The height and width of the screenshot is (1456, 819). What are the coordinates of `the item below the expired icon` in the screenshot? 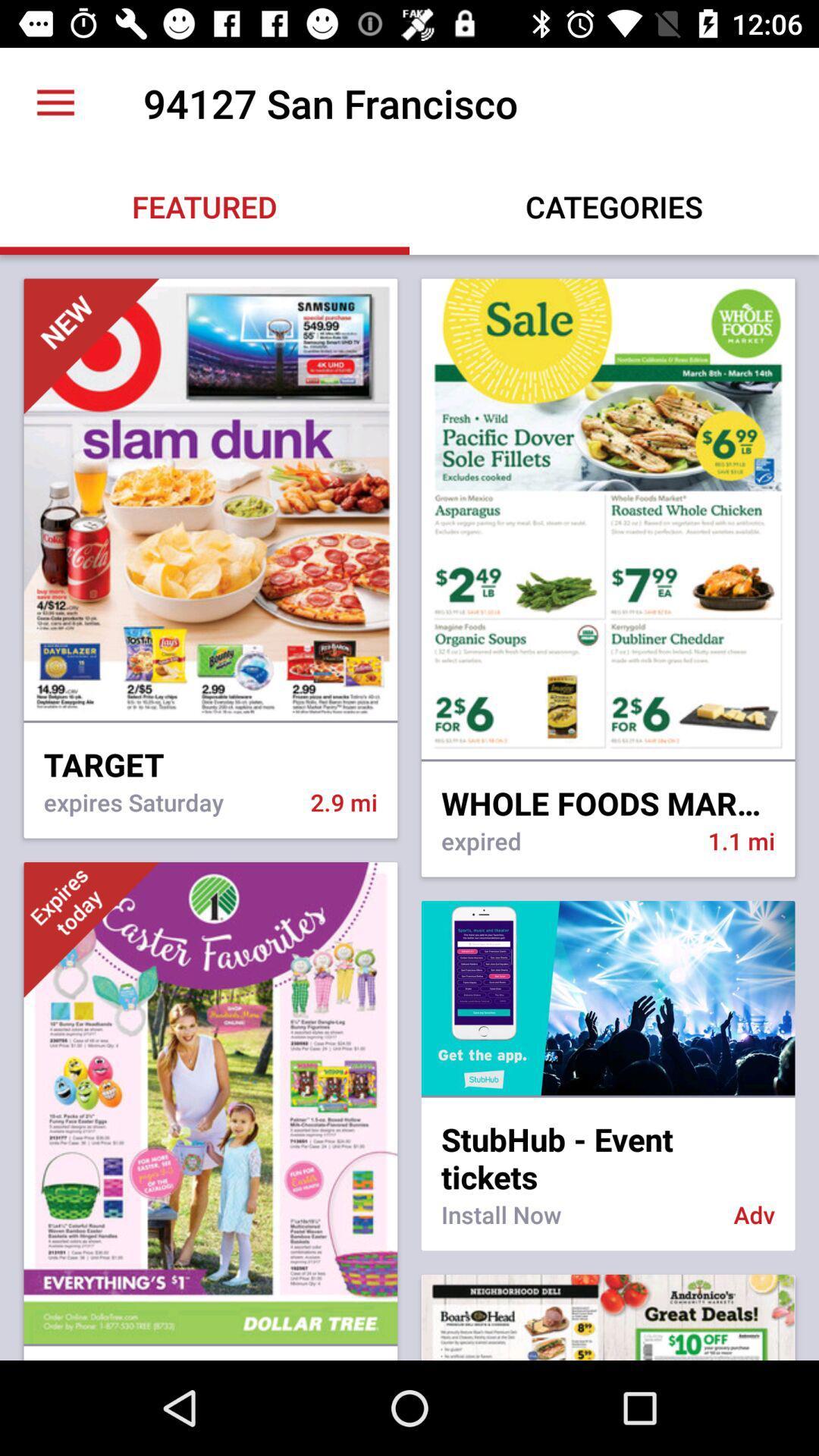 It's located at (607, 998).